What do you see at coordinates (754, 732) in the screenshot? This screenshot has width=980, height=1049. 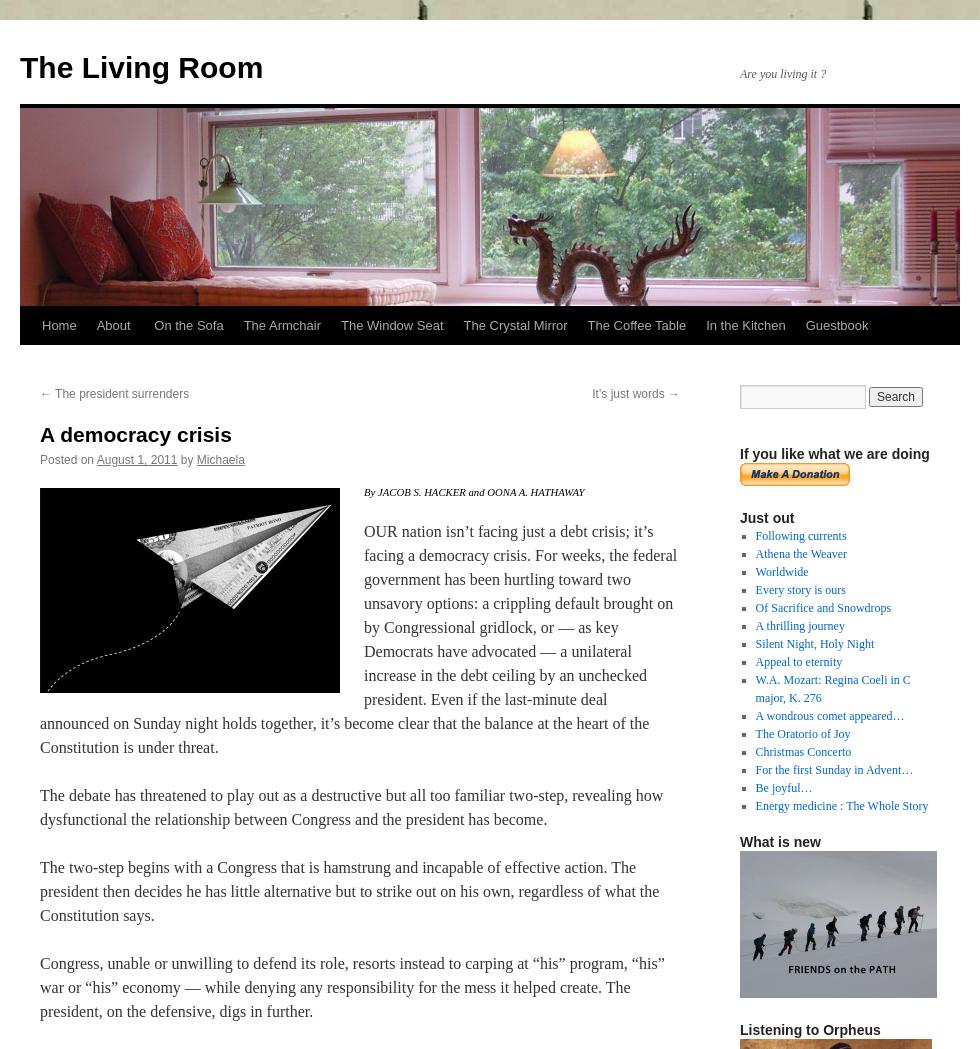 I see `'The Oratorio of Joy'` at bounding box center [754, 732].